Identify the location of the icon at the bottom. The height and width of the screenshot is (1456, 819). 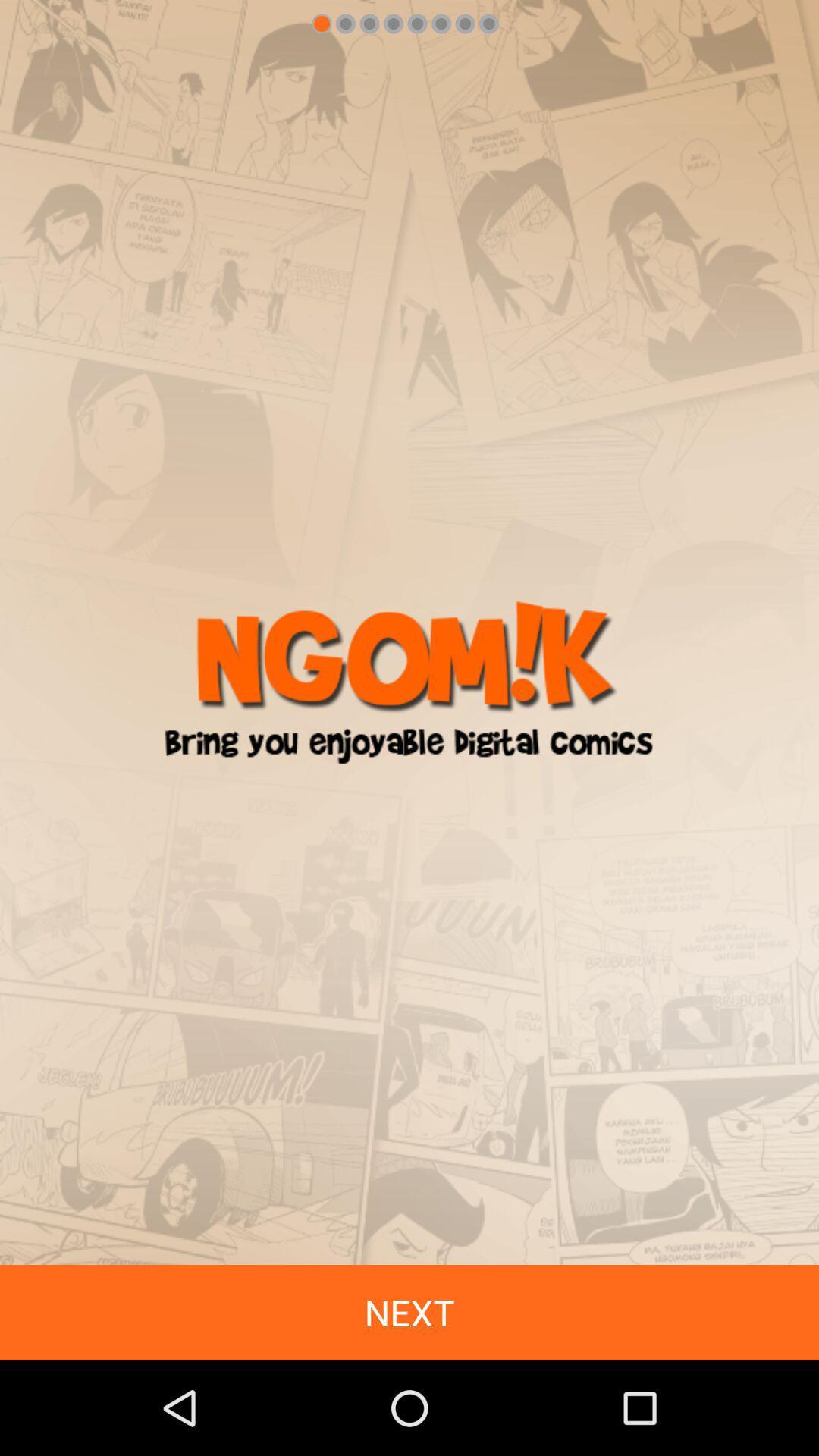
(409, 1312).